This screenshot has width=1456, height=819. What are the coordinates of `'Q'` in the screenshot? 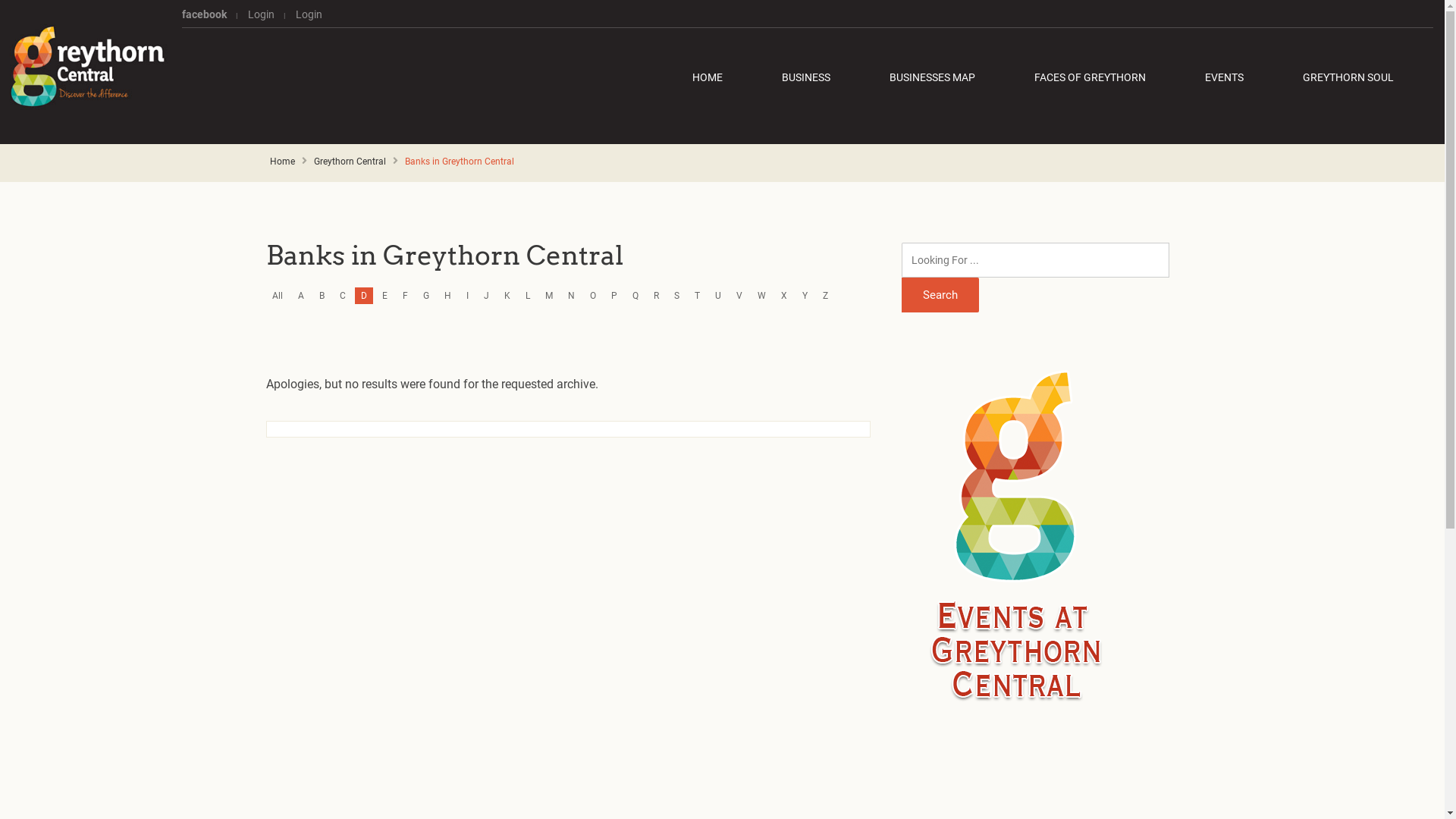 It's located at (635, 295).